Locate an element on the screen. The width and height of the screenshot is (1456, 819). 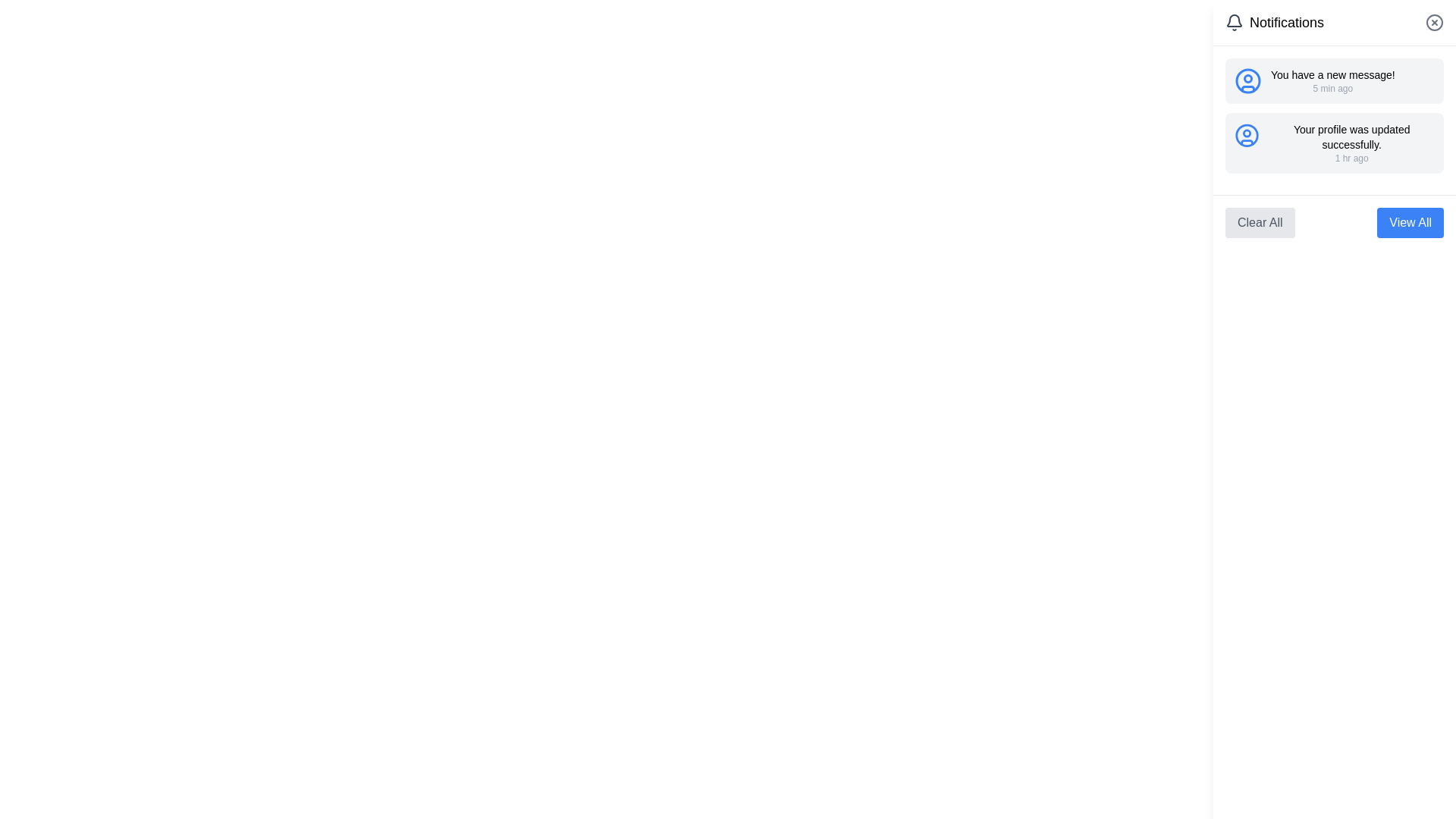
Circle SVG Element that represents the user profile in the top notification using developer tools by clicking on its center is located at coordinates (1248, 81).